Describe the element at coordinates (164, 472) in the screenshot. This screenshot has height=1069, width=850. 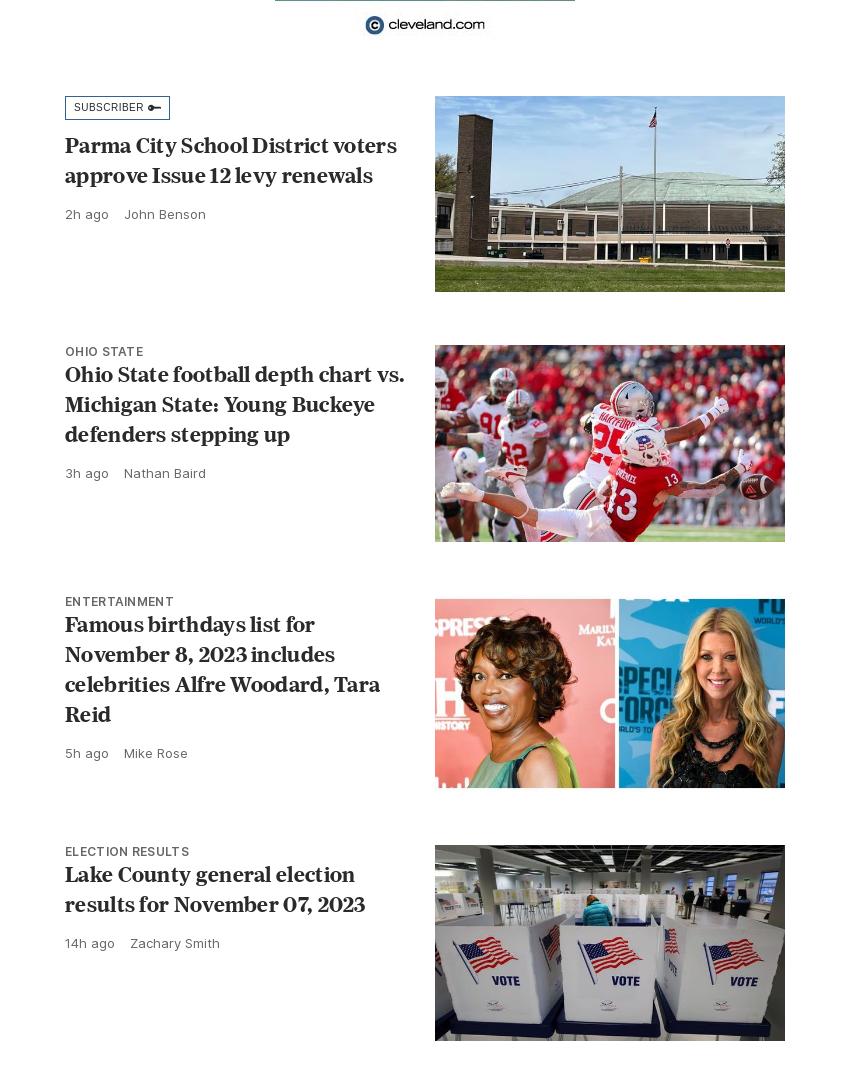
I see `'Nathan Baird'` at that location.